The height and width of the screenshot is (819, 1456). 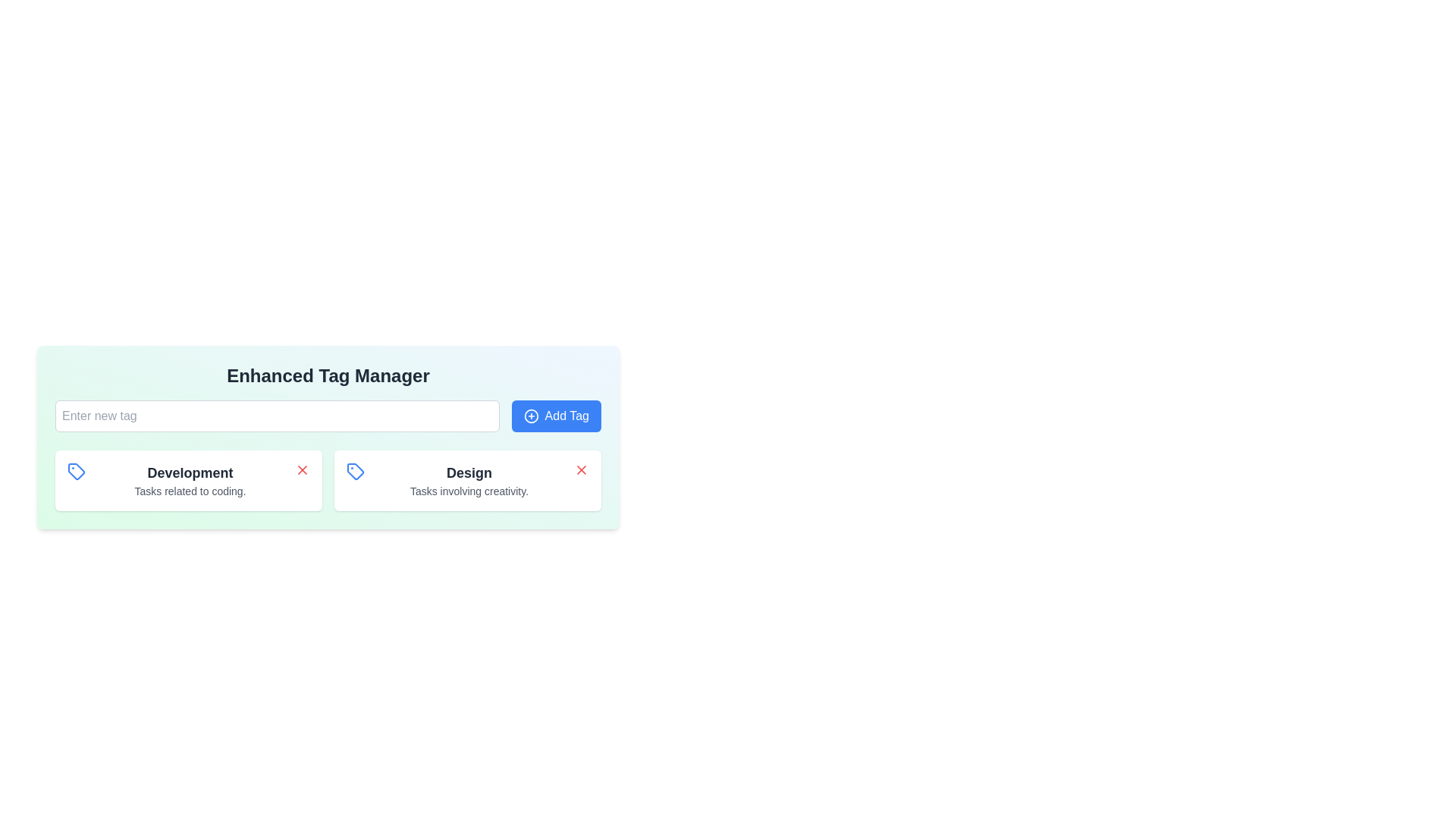 I want to click on the label displaying 'Tasks involving creativity.' which is located below the 'Design' text in the Design section, so click(x=469, y=491).